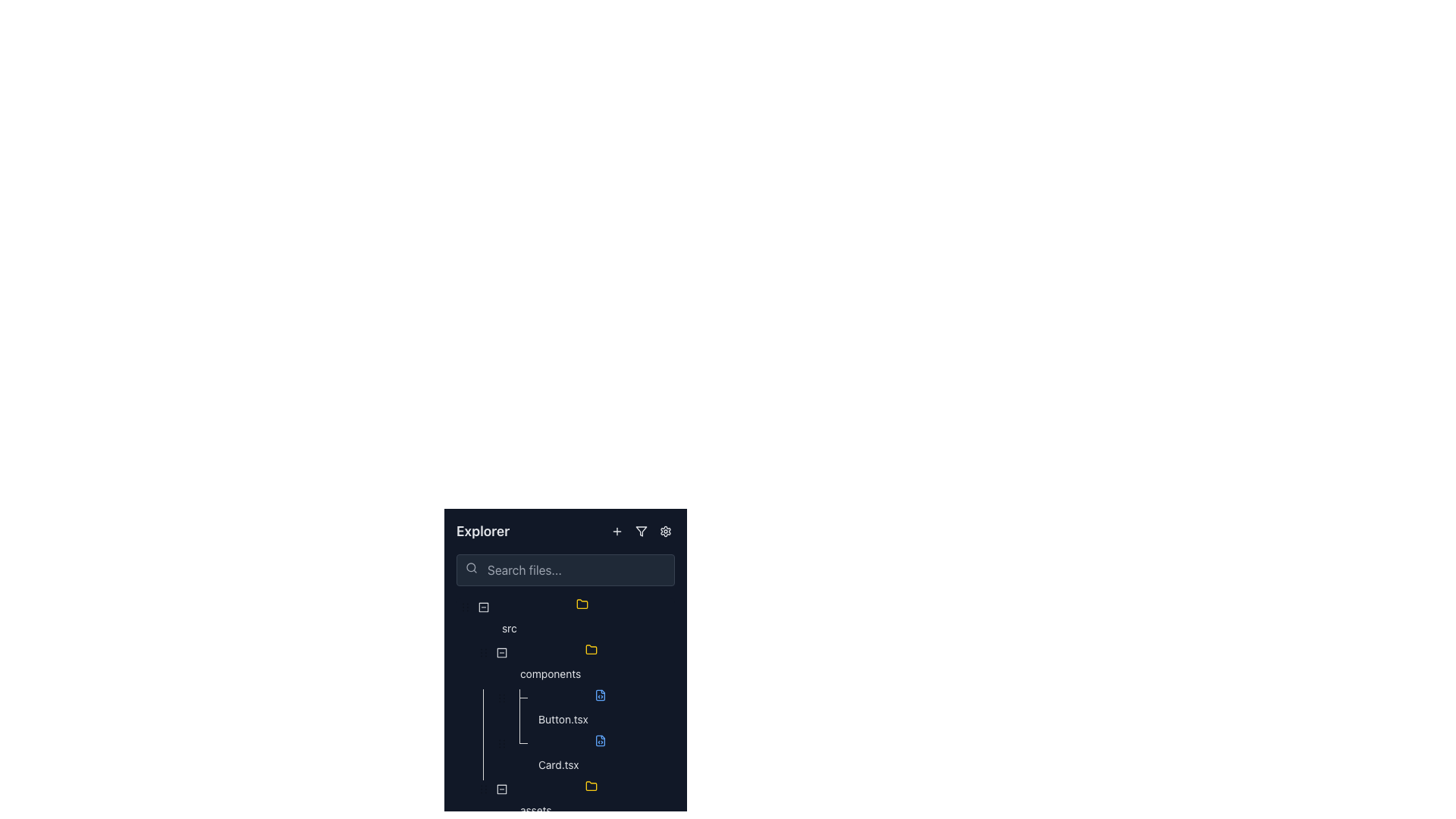 This screenshot has height=819, width=1456. Describe the element at coordinates (564, 711) in the screenshot. I see `the Tree item representing the file 'Button.tsx'` at that location.